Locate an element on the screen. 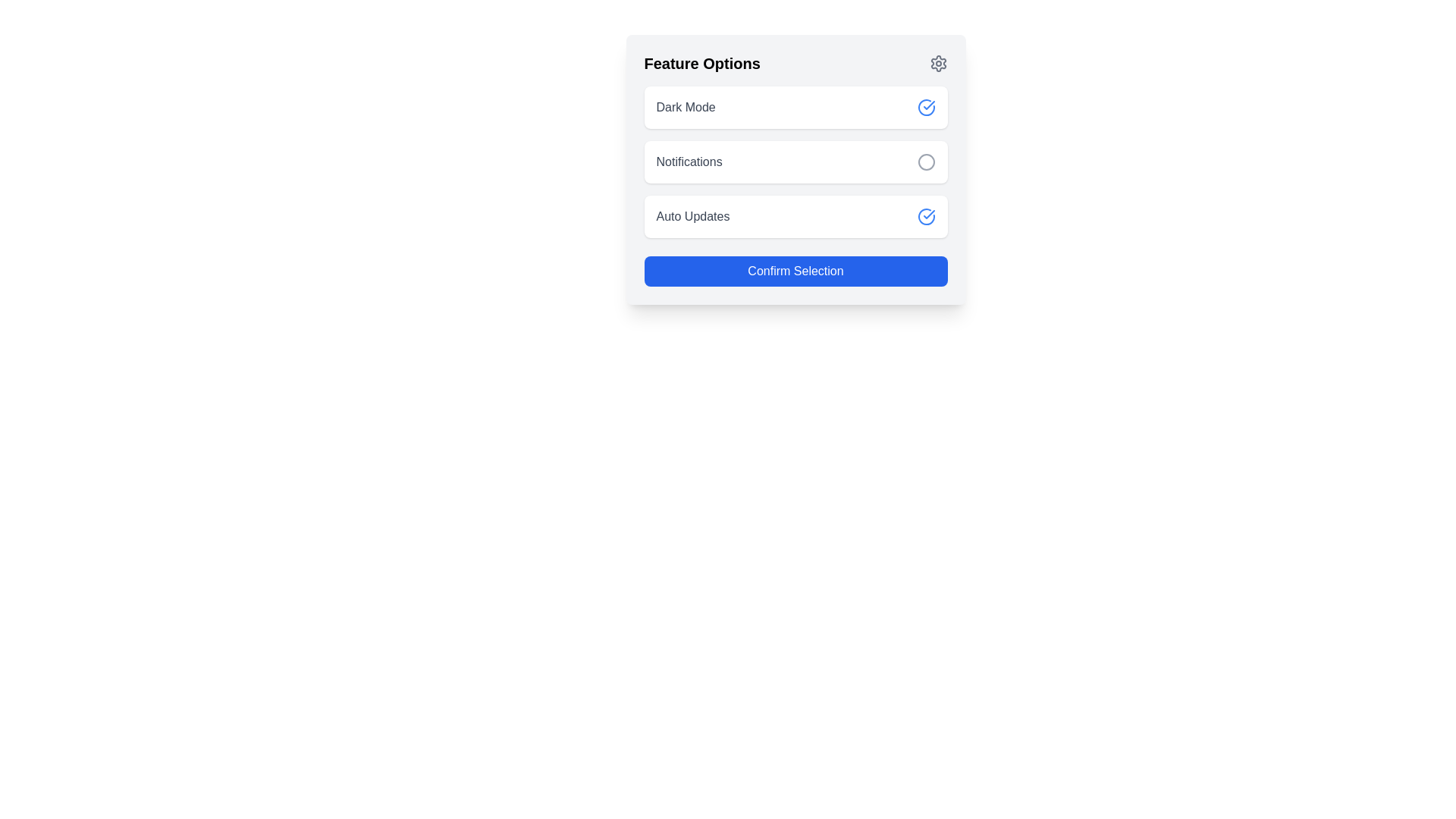 The height and width of the screenshot is (819, 1456). the label for the selectable feature option located in the first option row under the 'Feature Options' header, positioned to the left of the icon indicating its state is located at coordinates (685, 107).